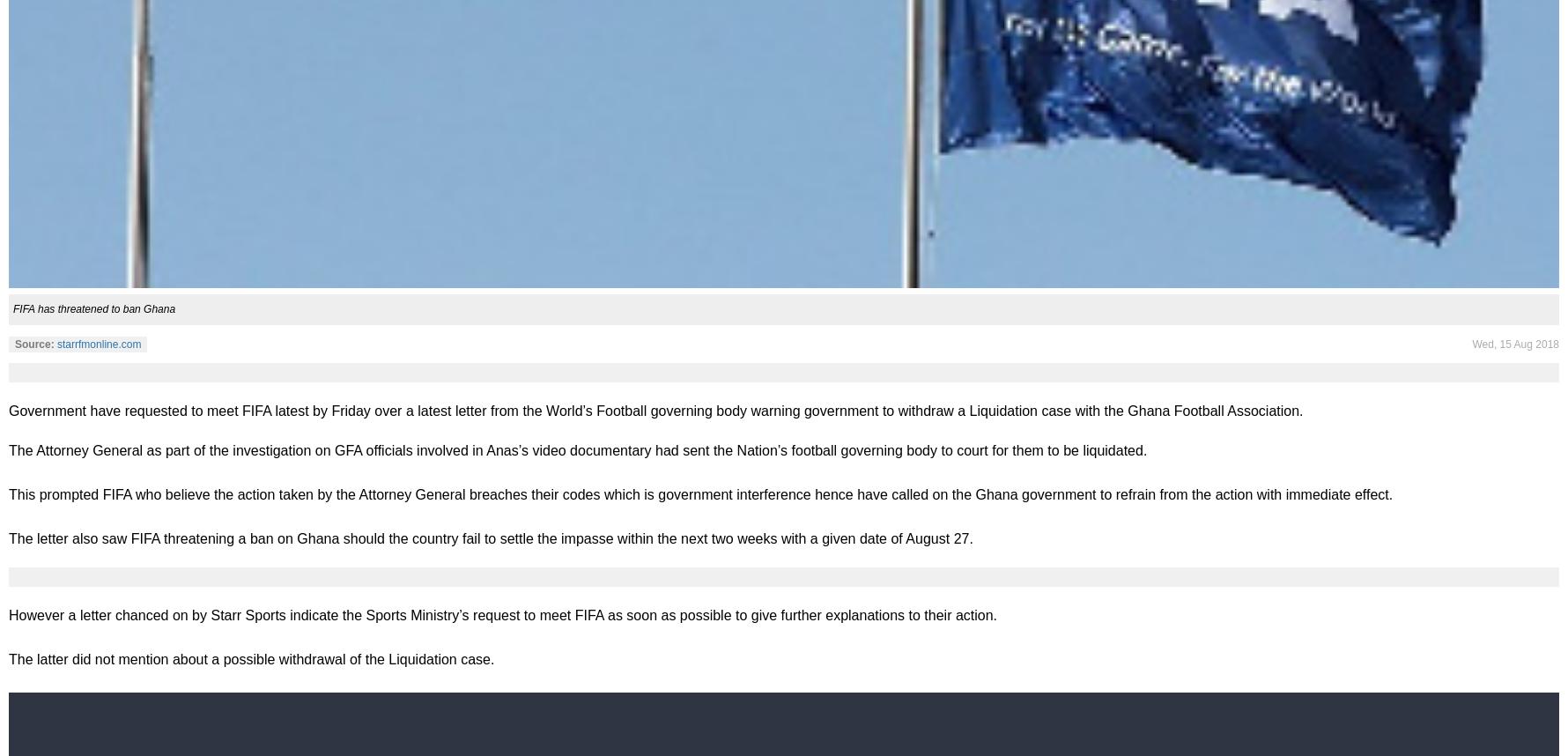 This screenshot has width=1568, height=756. I want to click on 'Source:', so click(15, 342).